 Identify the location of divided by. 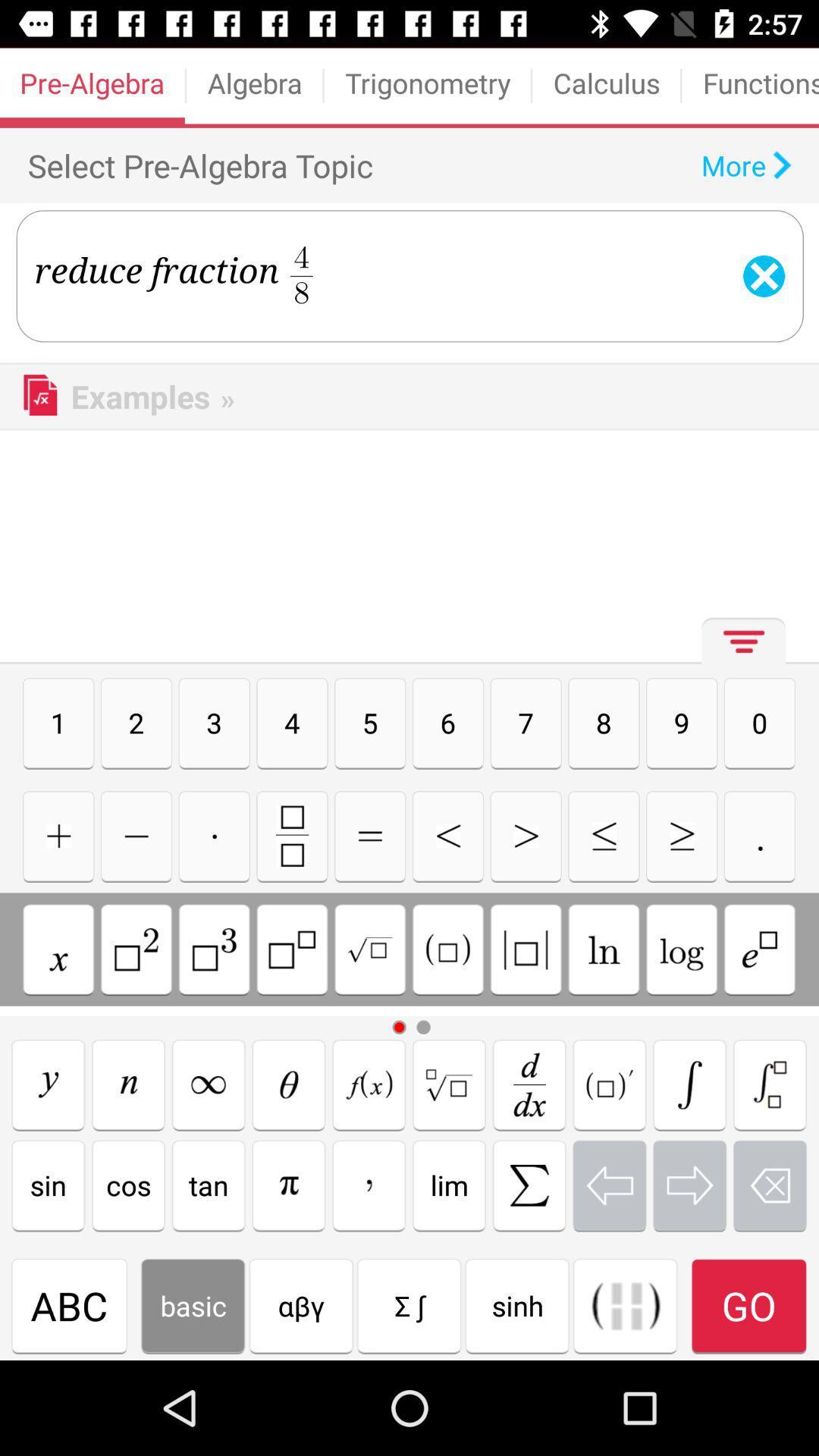
(370, 949).